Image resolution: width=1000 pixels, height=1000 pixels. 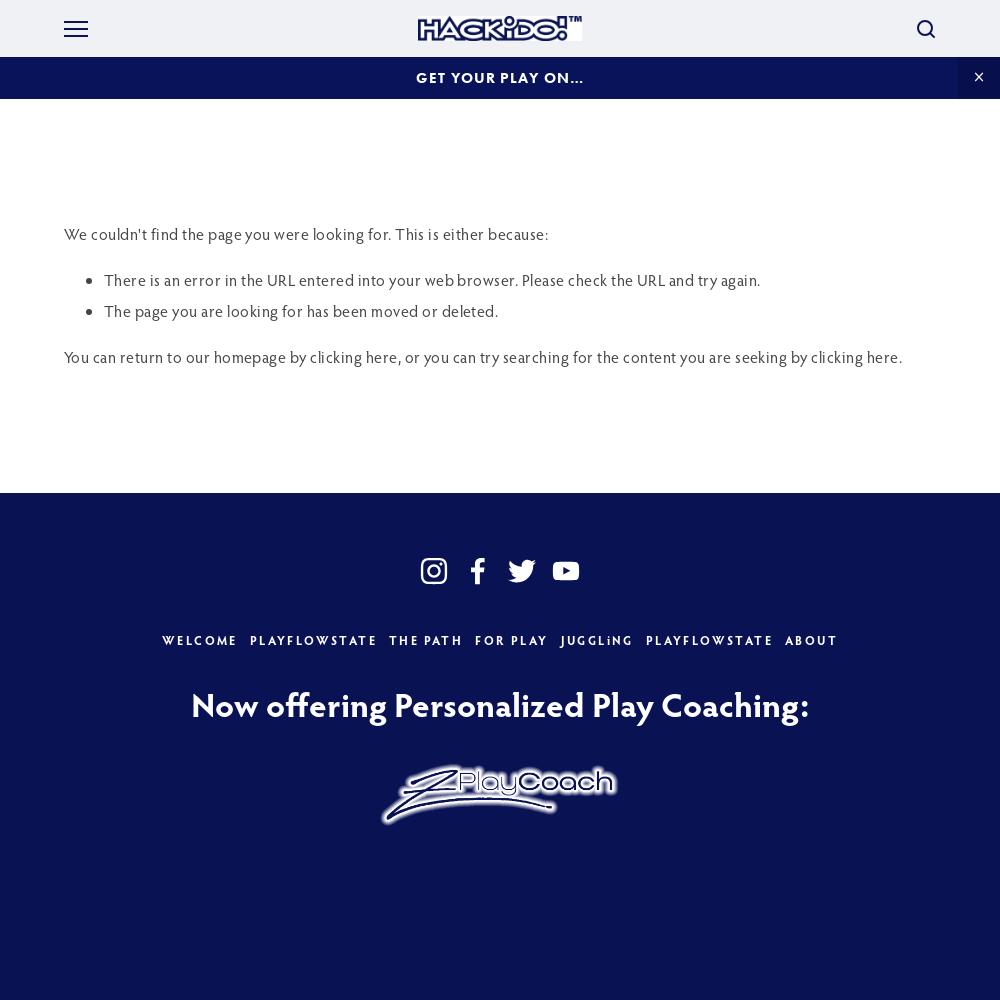 I want to click on 'JUGGLiNG', so click(x=560, y=639).